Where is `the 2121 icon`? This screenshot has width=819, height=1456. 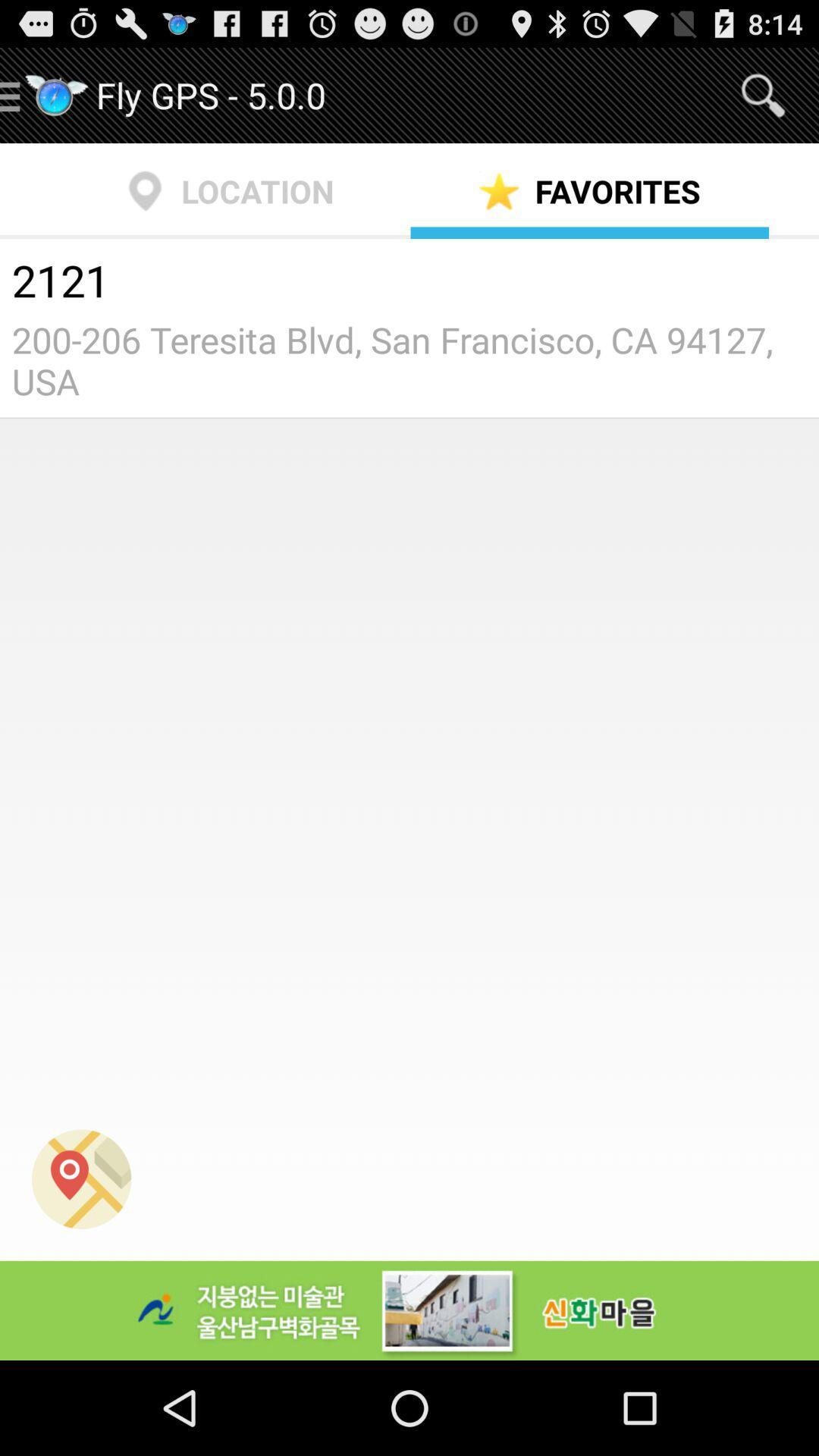
the 2121 icon is located at coordinates (409, 283).